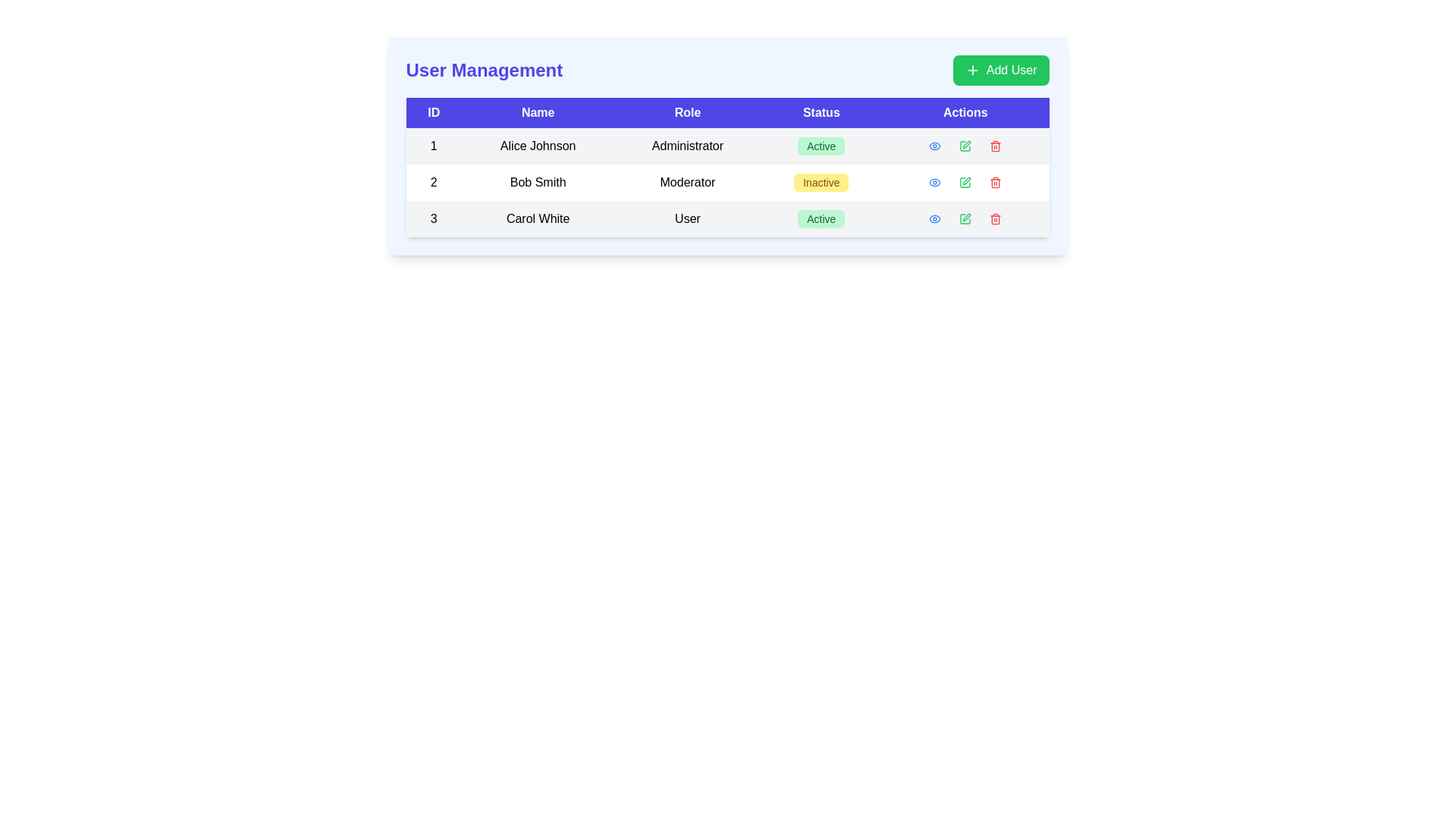 This screenshot has height=819, width=1456. I want to click on the text label displaying the name 'Carol White' in the third row of the table under the 'Name' column, so click(538, 219).